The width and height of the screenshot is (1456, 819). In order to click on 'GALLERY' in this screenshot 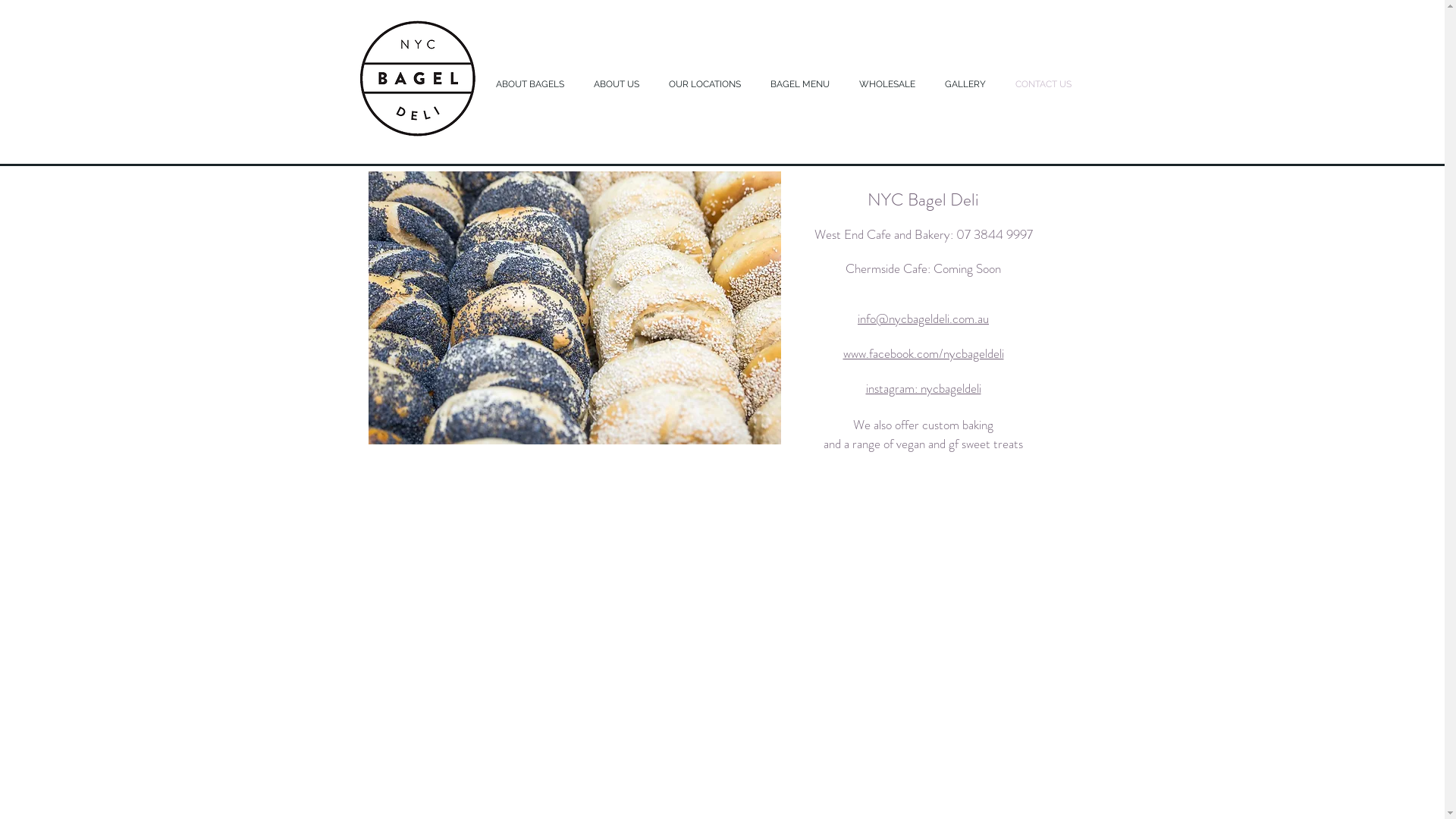, I will do `click(967, 84)`.